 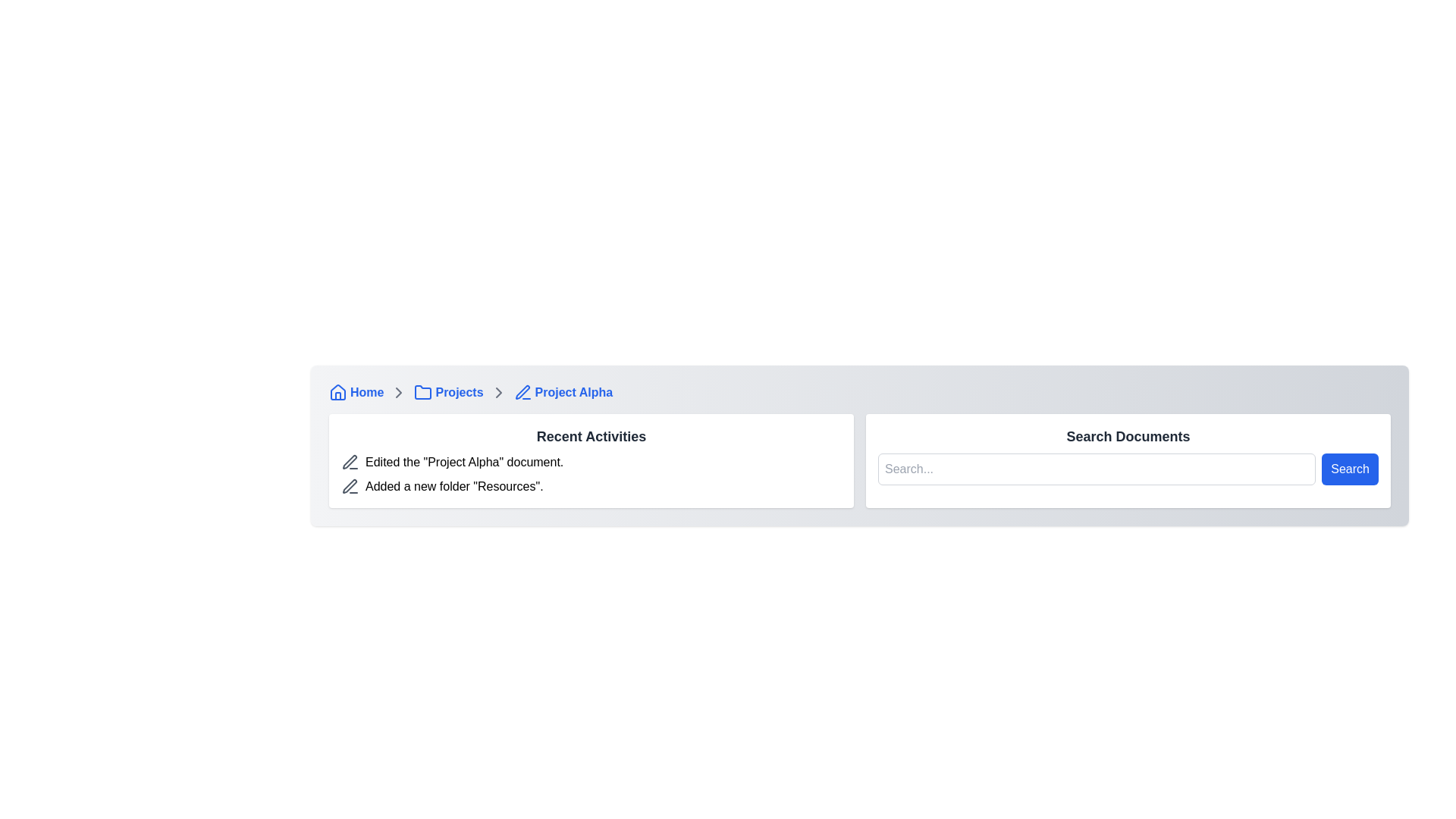 What do you see at coordinates (337, 391) in the screenshot?
I see `the blue outlined house icon located next to the 'Home' label in the navigation breadcrumb` at bounding box center [337, 391].